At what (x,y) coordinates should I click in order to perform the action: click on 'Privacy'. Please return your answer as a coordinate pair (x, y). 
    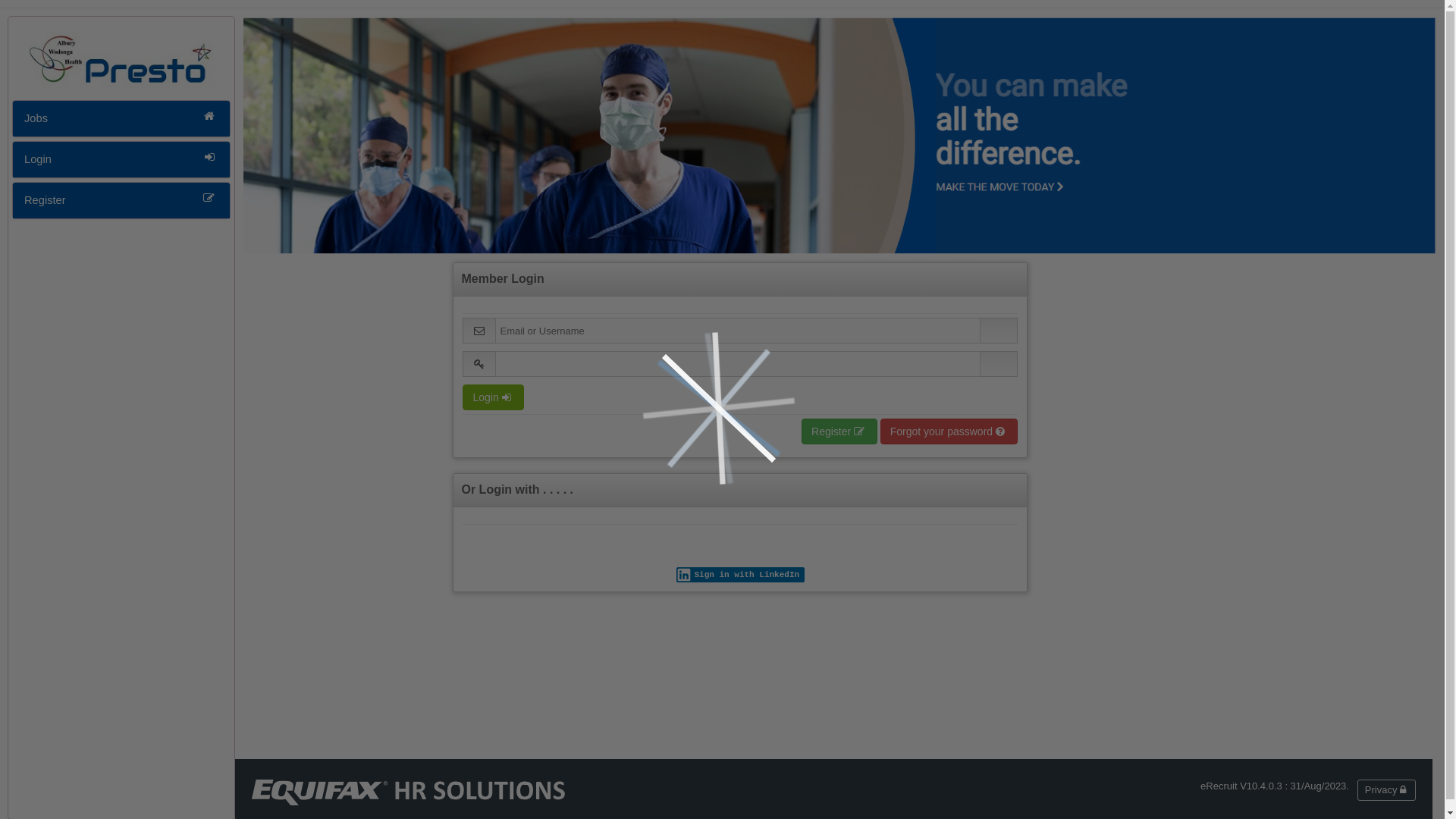
    Looking at the image, I should click on (1357, 789).